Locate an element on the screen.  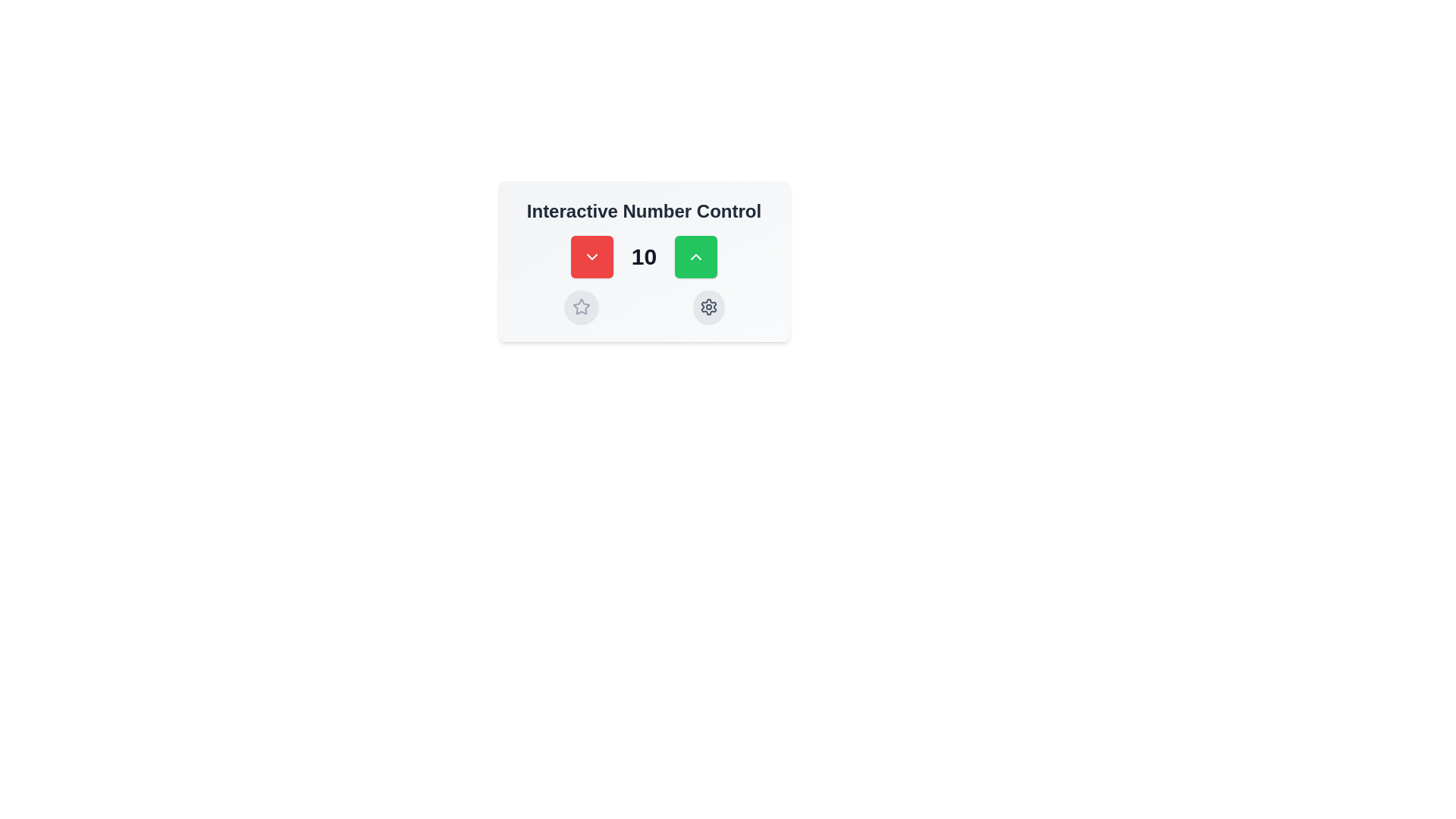
the gray star outline graphical icon located below the number control buttons, positioned to the left of the gear-shaped icon is located at coordinates (580, 306).